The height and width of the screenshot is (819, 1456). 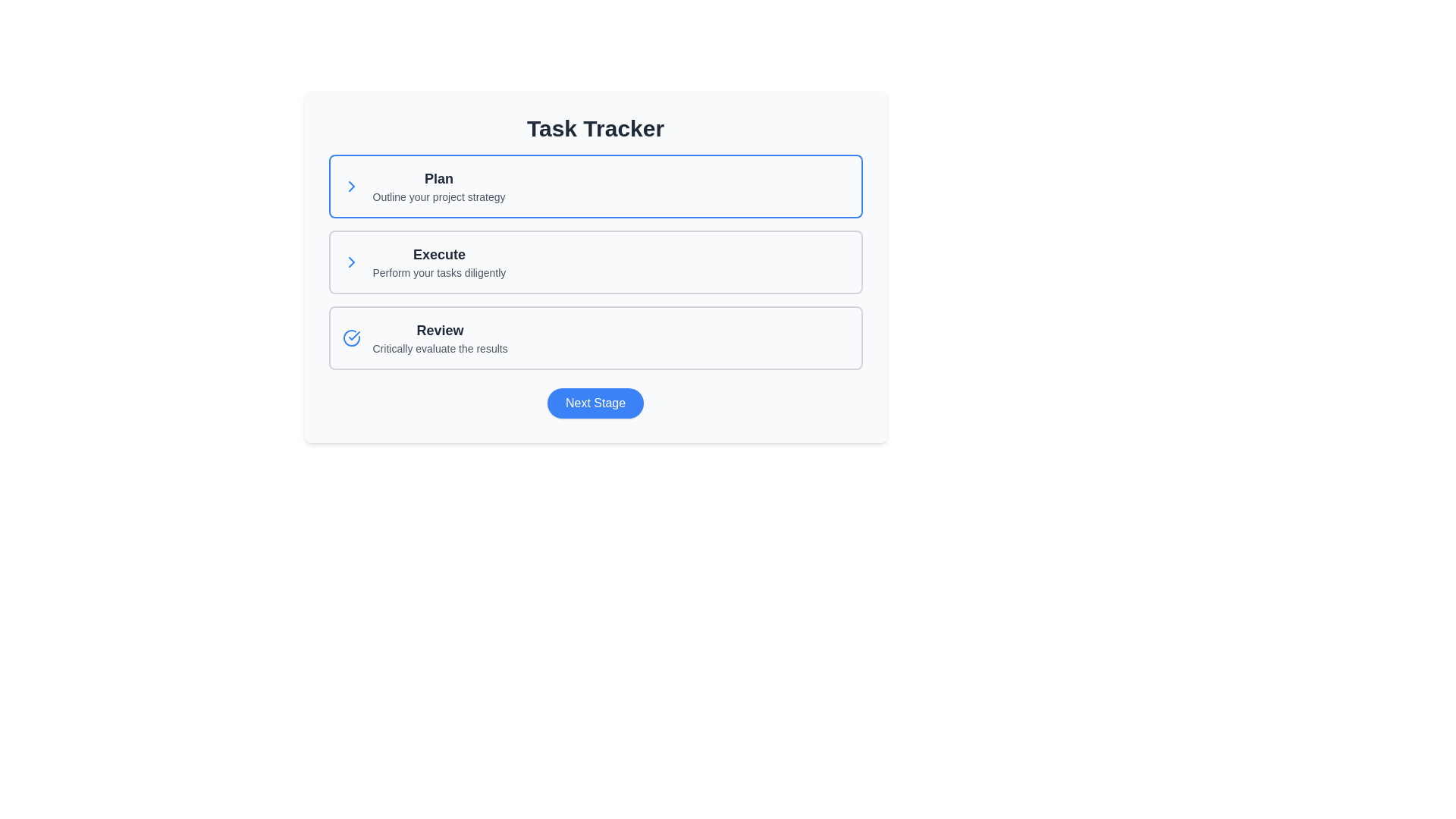 What do you see at coordinates (438, 186) in the screenshot?
I see `the textual content group titled 'Plan' with subtitle 'Outline your project strategy' located in the top card under 'Task Tracker'` at bounding box center [438, 186].